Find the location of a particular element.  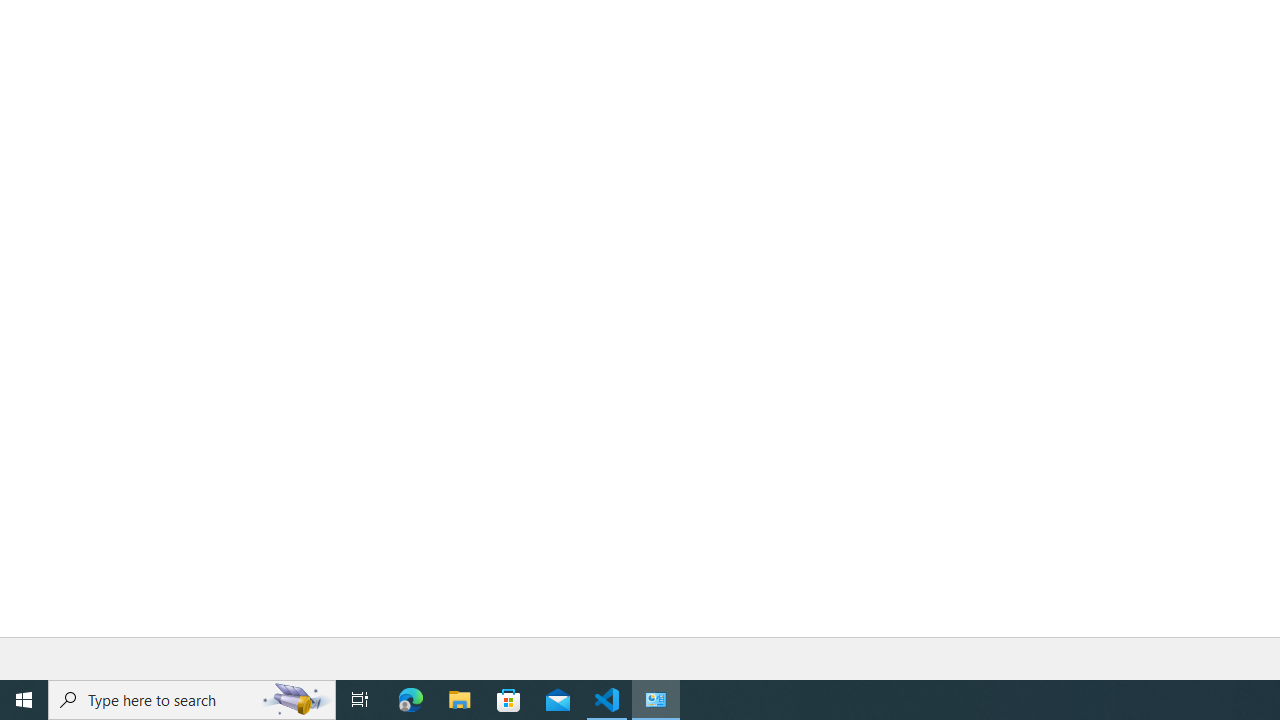

'Search highlights icon opens search home window' is located at coordinates (294, 698).